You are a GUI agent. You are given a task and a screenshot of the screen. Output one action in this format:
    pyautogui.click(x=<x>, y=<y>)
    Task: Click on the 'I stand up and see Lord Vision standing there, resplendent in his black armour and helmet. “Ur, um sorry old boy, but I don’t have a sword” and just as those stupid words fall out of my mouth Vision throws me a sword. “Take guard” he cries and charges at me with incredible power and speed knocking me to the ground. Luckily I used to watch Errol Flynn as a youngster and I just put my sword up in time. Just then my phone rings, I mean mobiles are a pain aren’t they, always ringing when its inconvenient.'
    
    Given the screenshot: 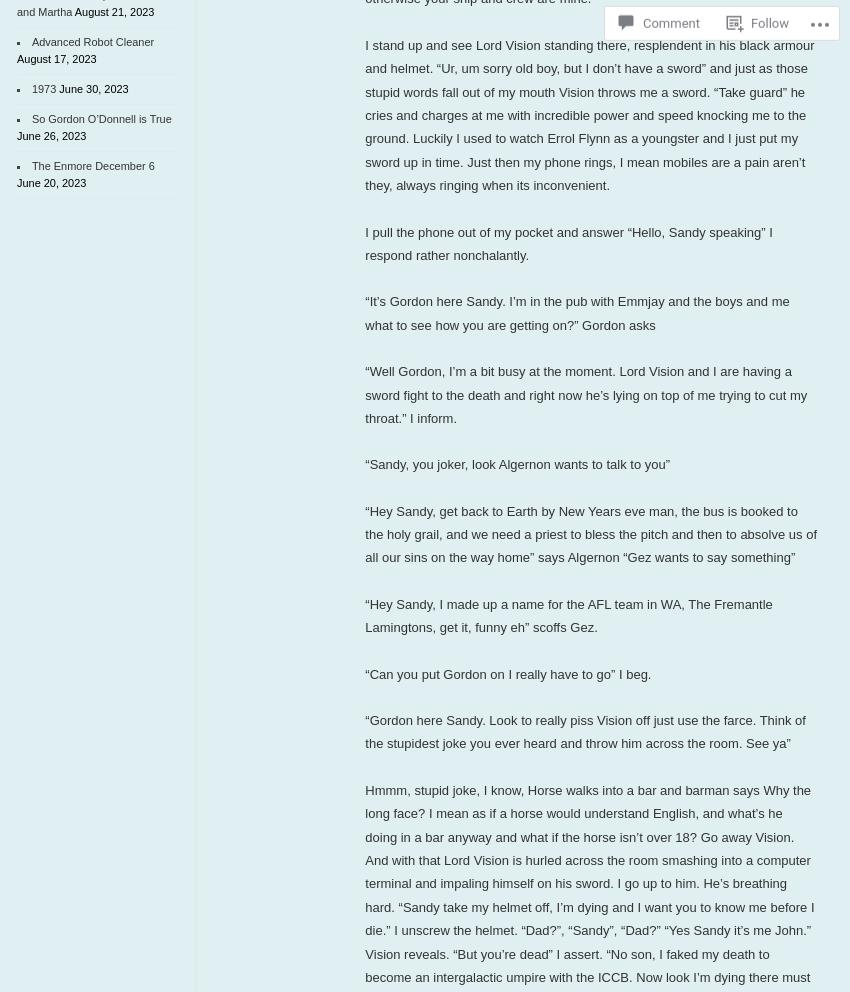 What is the action you would take?
    pyautogui.click(x=589, y=113)
    